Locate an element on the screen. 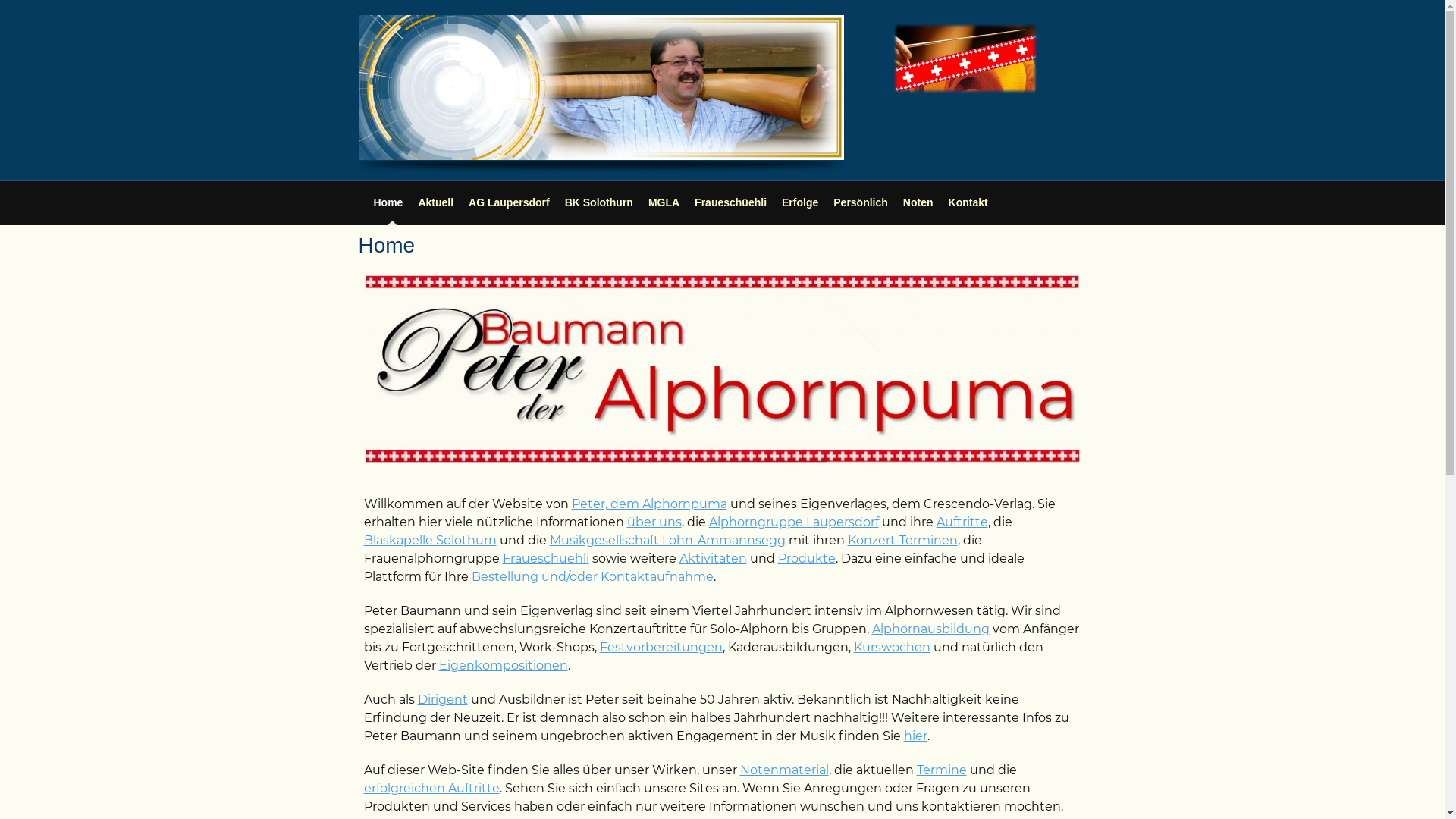  'MGLA' is located at coordinates (664, 201).